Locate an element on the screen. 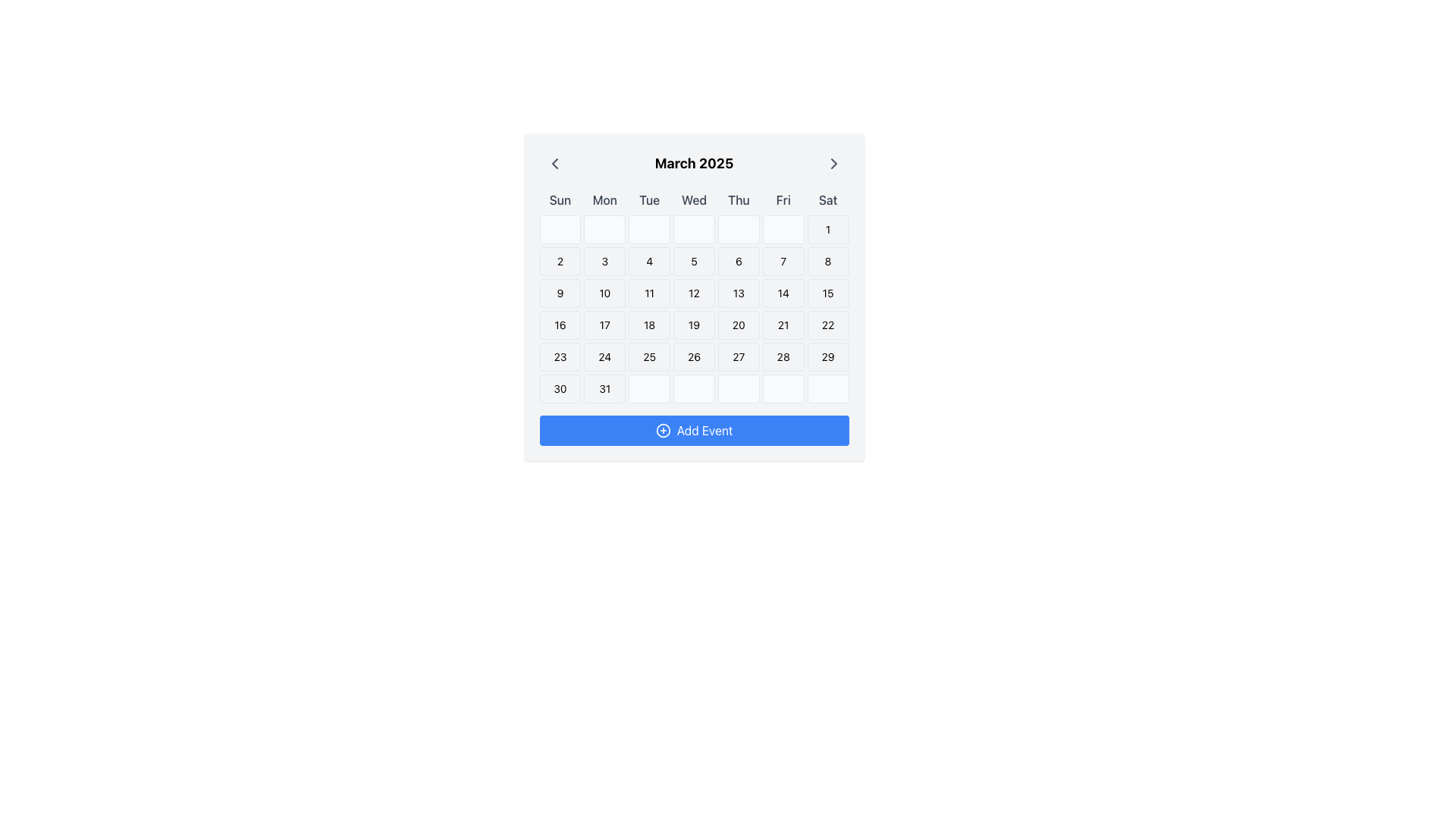 The width and height of the screenshot is (1456, 819). the button-like element in the first row and fifth column of the calendar layout for March 2025, which has a light gray background and rounded corners is located at coordinates (739, 230).